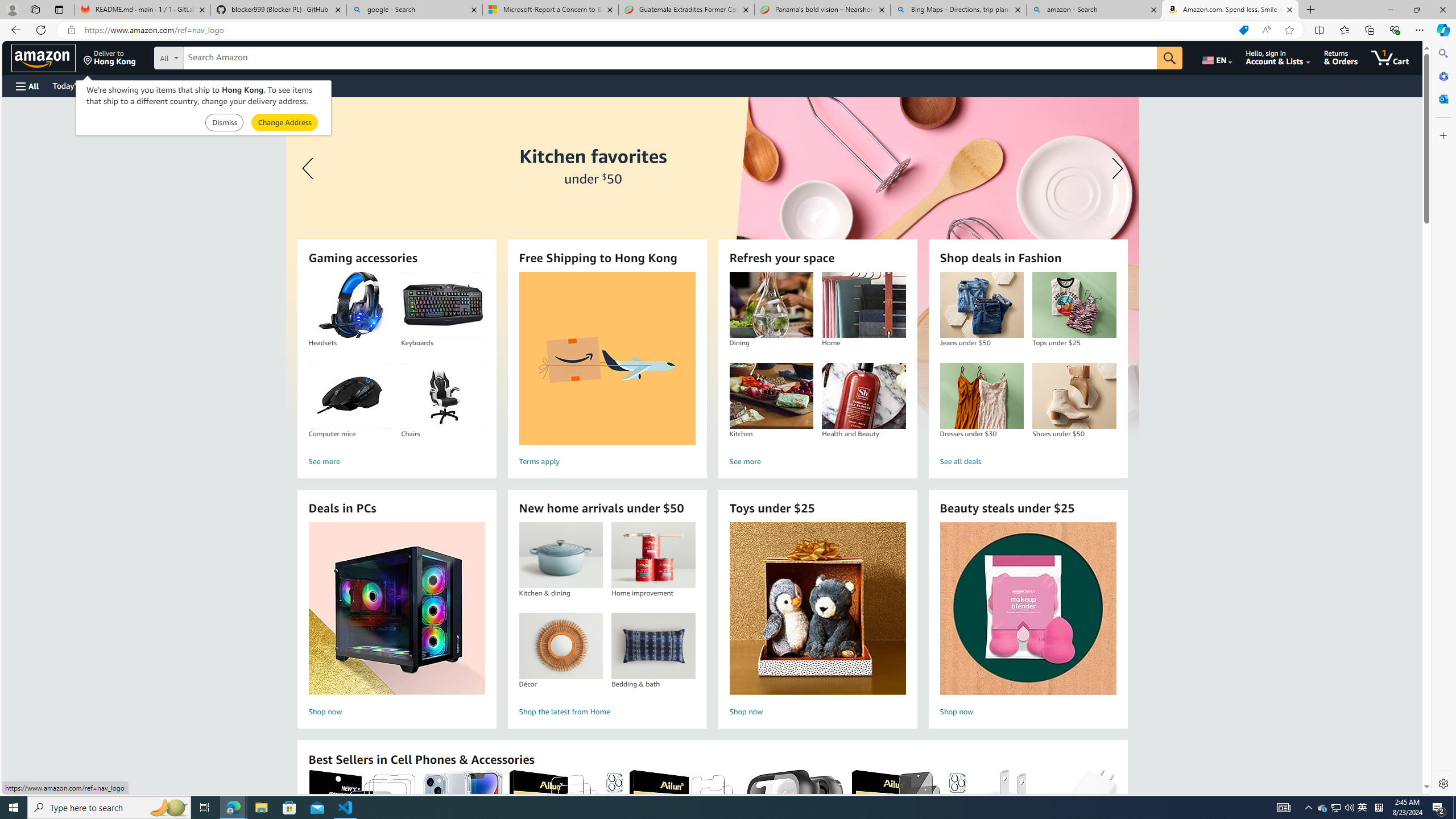 Image resolution: width=1456 pixels, height=819 pixels. Describe the element at coordinates (863, 396) in the screenshot. I see `'Health and Beauty'` at that location.